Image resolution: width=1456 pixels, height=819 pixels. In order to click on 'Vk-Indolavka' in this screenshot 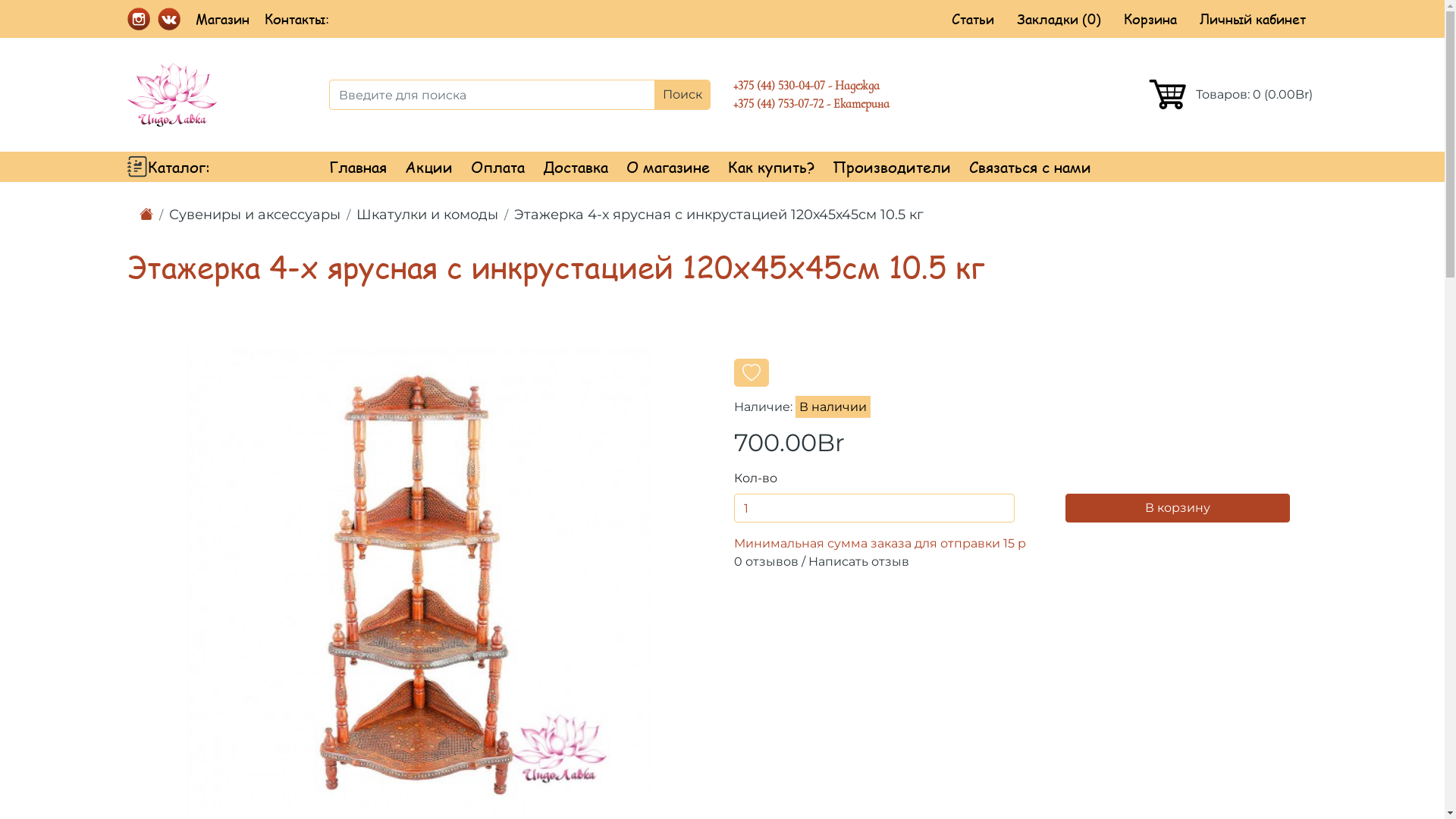, I will do `click(168, 17)`.